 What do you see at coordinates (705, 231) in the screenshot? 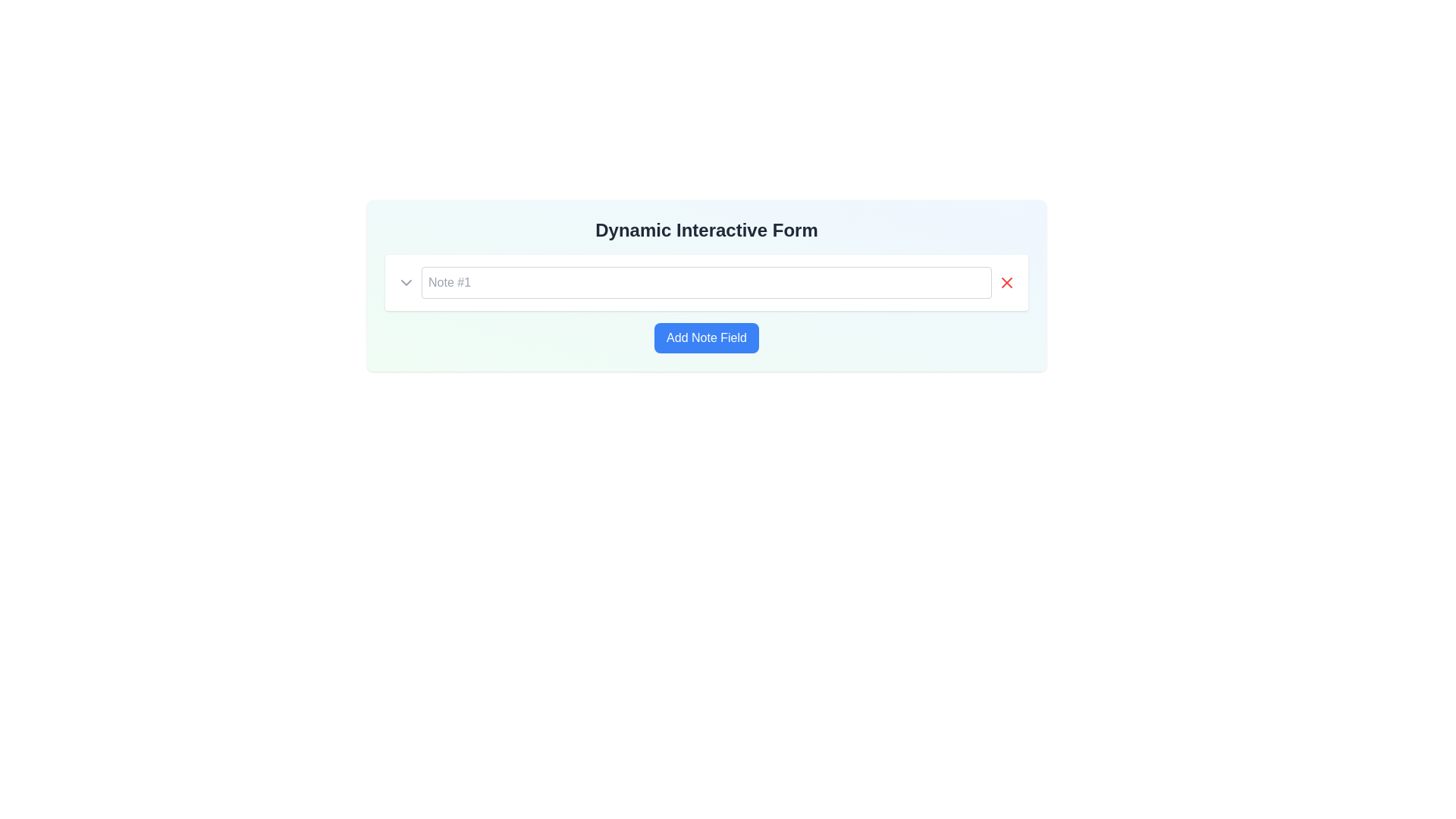
I see `the heading that displays 'Dynamic Interactive Form', which is styled with a large bold font in dark gray, centered above the input field and 'Add Note Field' button` at bounding box center [705, 231].